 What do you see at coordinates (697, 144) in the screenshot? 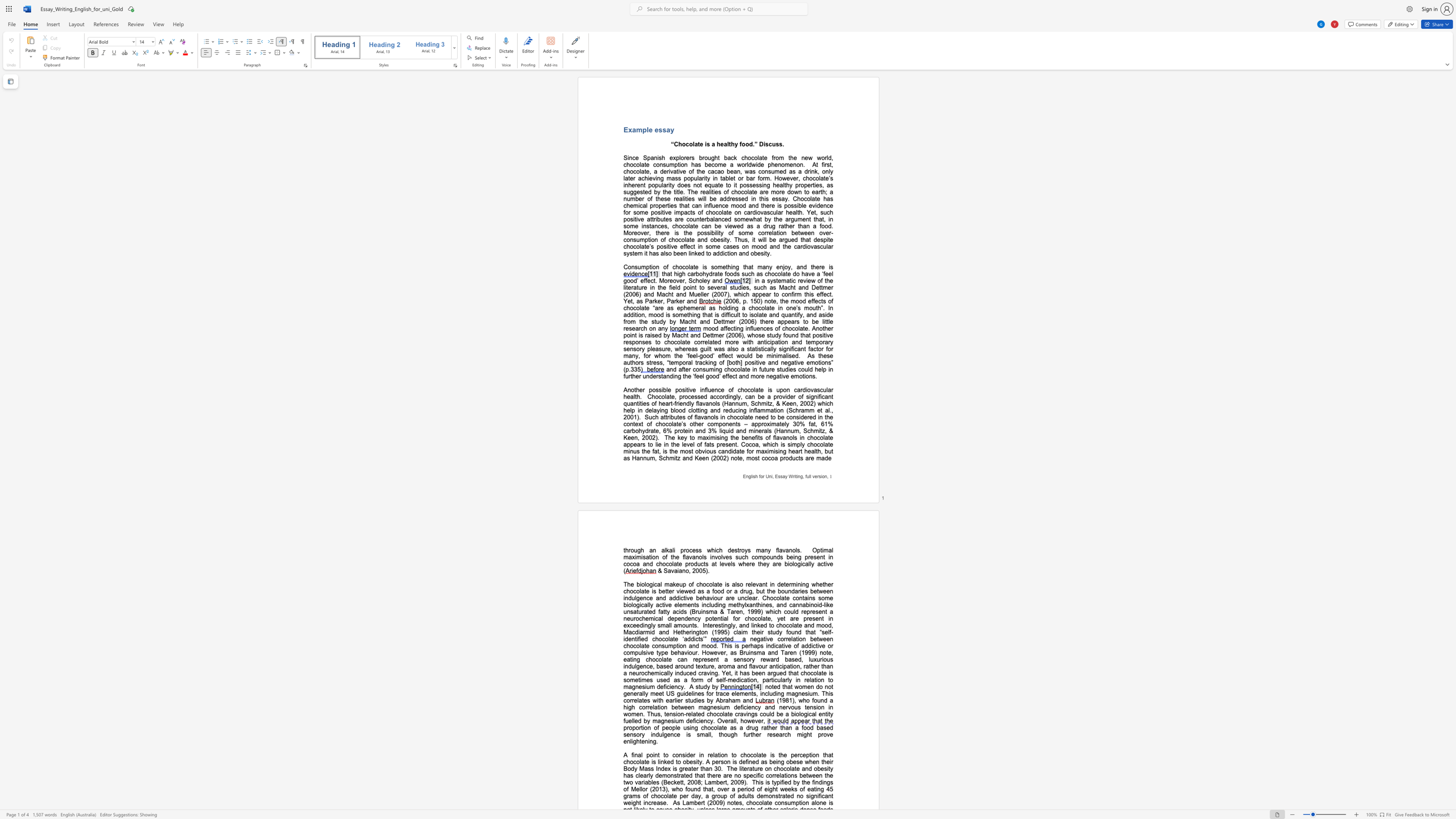
I see `the subset text "te" within the text "Chocolate is a healthy food.” Discuss."` at bounding box center [697, 144].